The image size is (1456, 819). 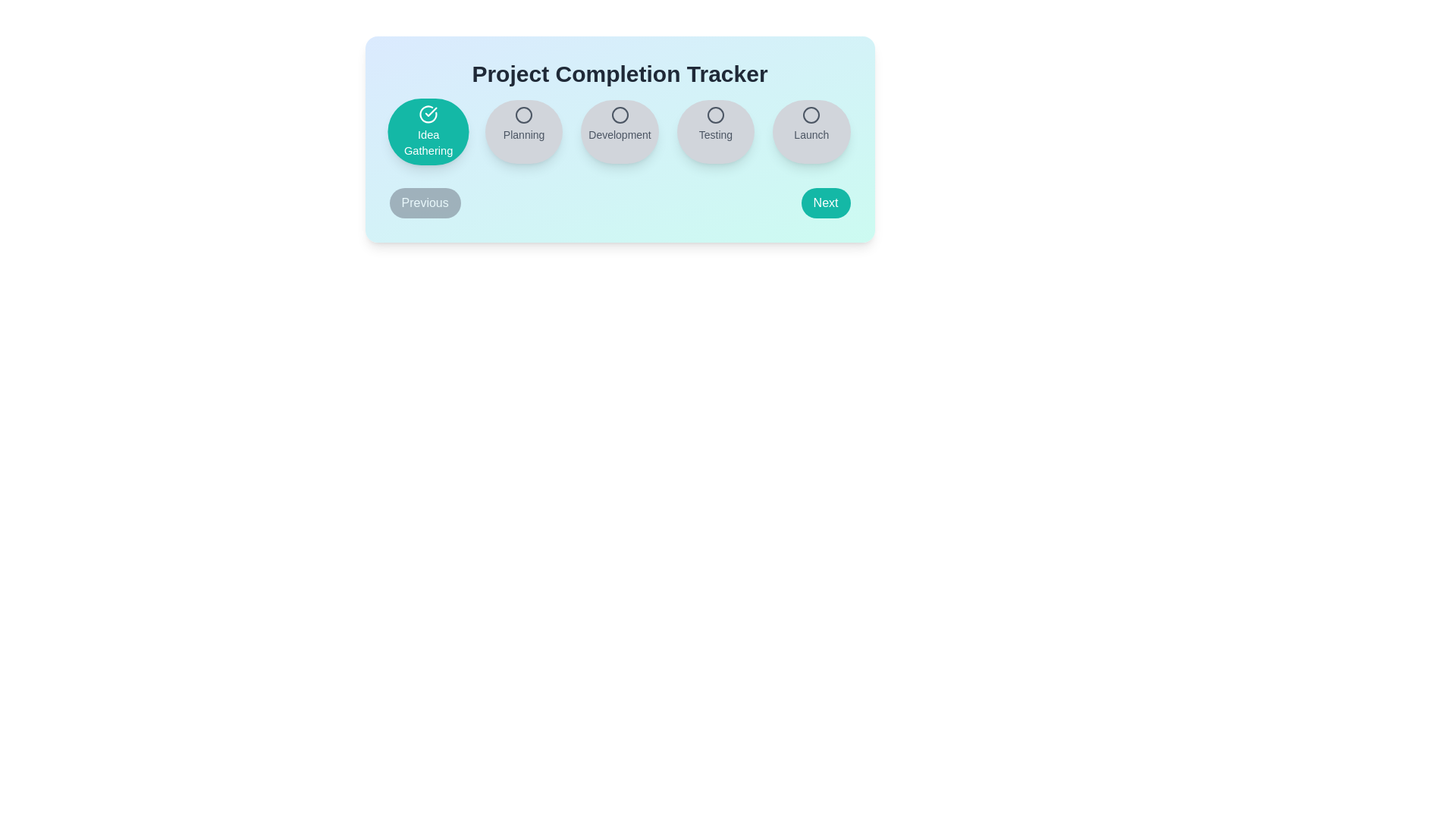 I want to click on the circular icon located at the center of the gray rounded rectangular button labeled 'Development', so click(x=620, y=114).